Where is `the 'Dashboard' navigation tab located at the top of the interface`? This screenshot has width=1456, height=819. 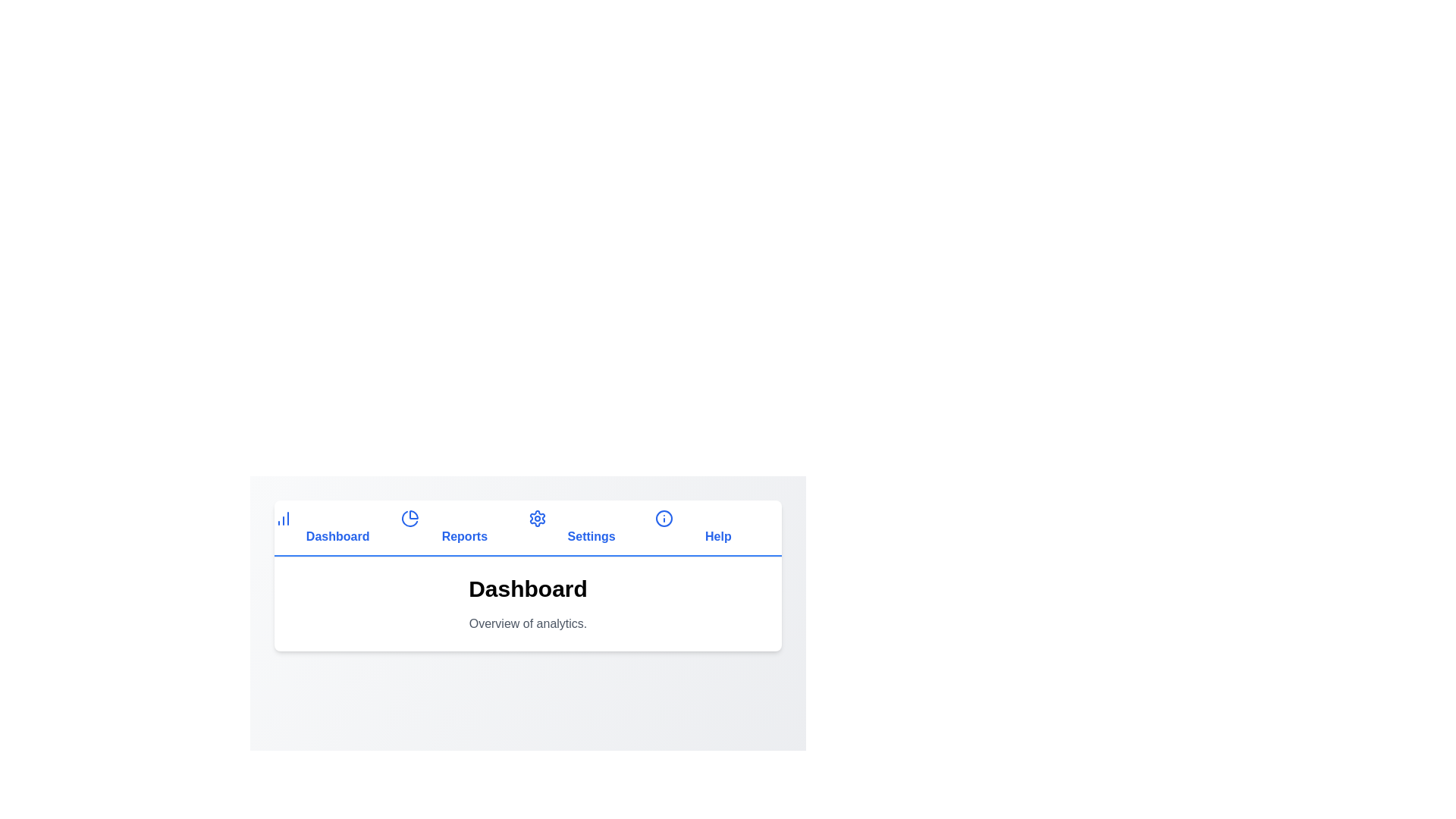 the 'Dashboard' navigation tab located at the top of the interface is located at coordinates (337, 528).